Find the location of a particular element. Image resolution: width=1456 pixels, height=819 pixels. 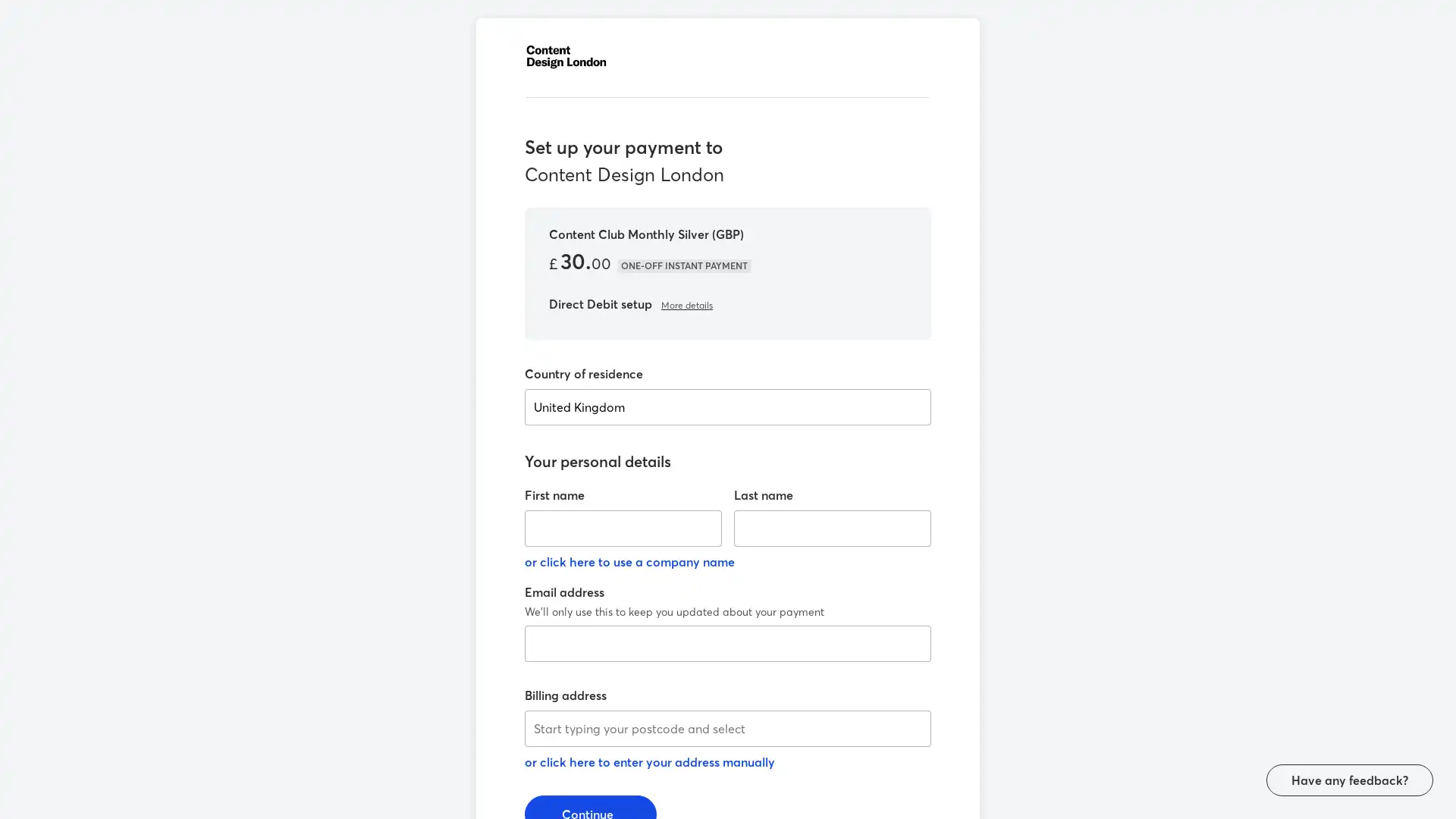

or click here to use a company name is located at coordinates (629, 558).